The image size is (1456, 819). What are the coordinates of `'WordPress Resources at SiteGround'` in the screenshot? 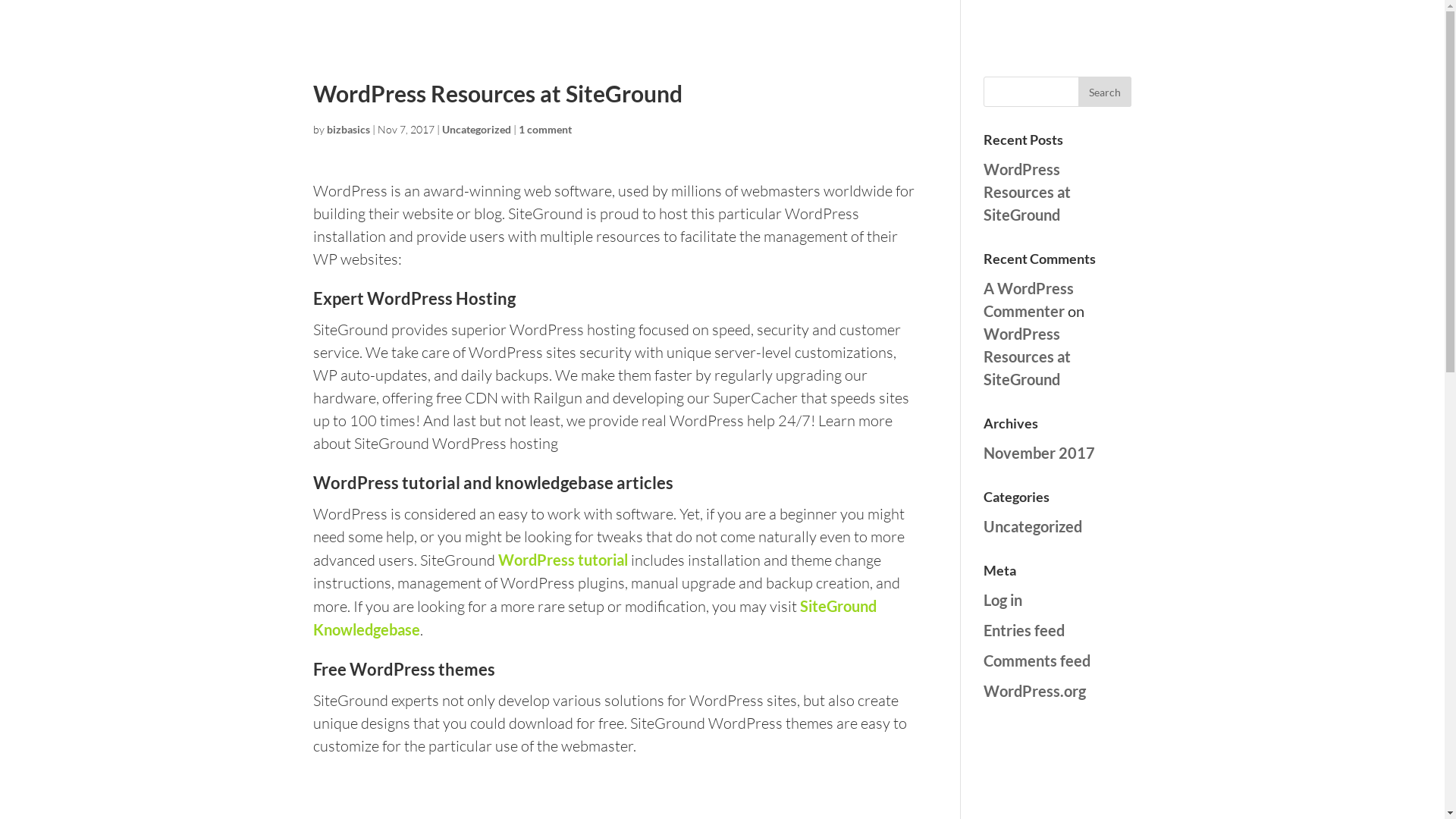 It's located at (1027, 356).